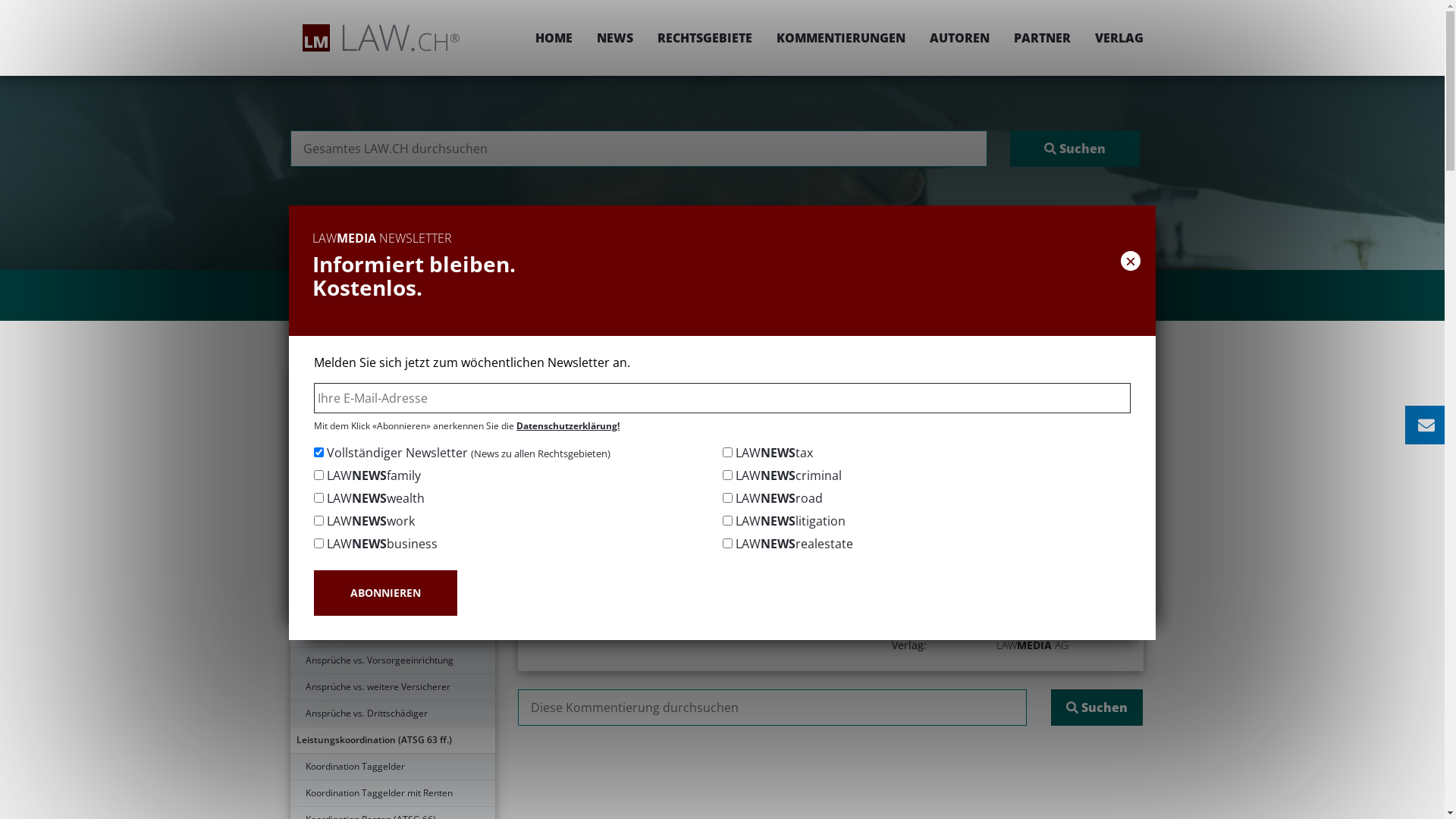  What do you see at coordinates (703, 37) in the screenshot?
I see `'RECHTSGEBIETE'` at bounding box center [703, 37].